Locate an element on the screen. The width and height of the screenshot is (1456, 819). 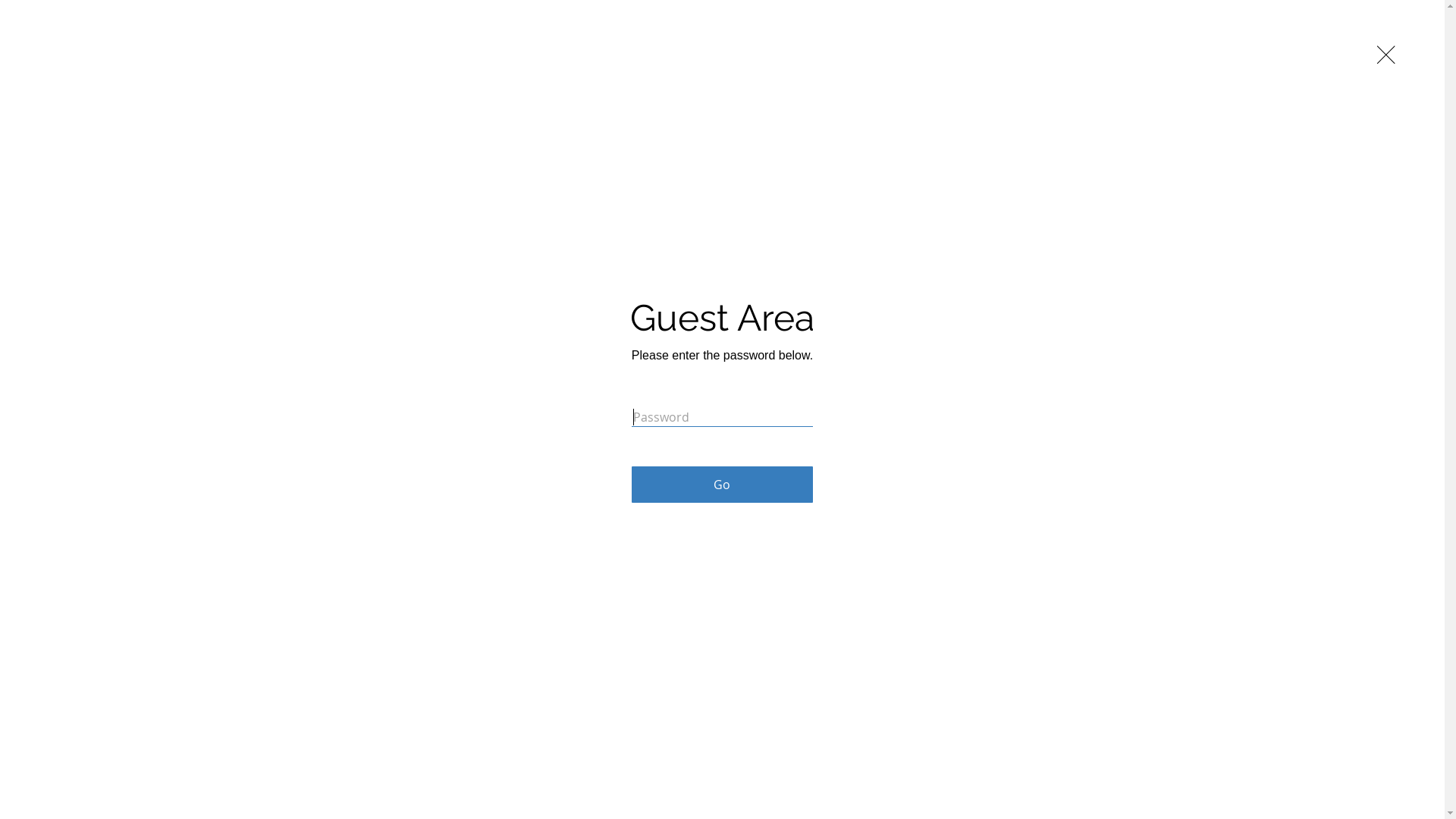
'Go' is located at coordinates (721, 485).